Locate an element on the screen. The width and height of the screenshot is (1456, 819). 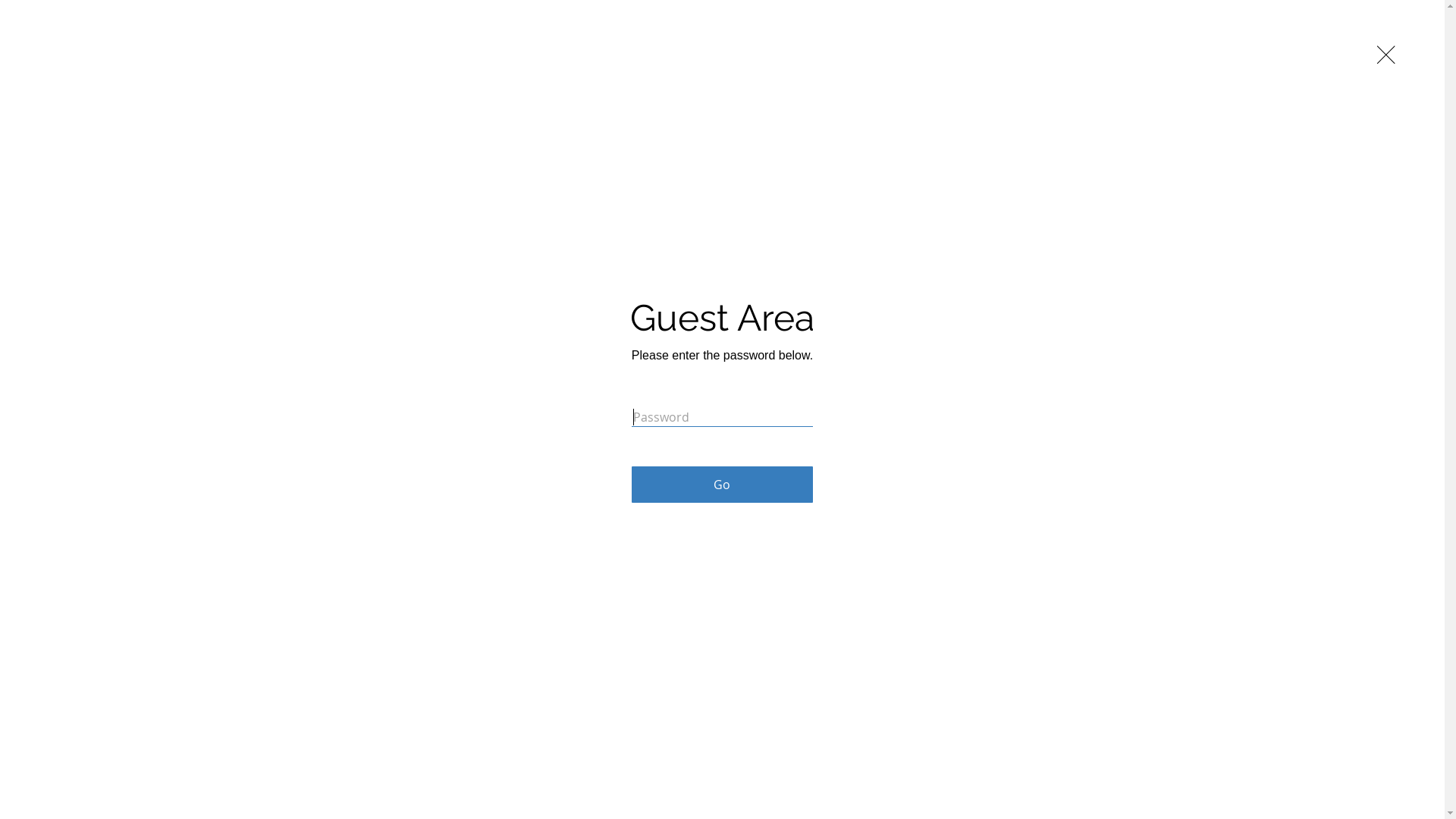
'Go' is located at coordinates (721, 485).